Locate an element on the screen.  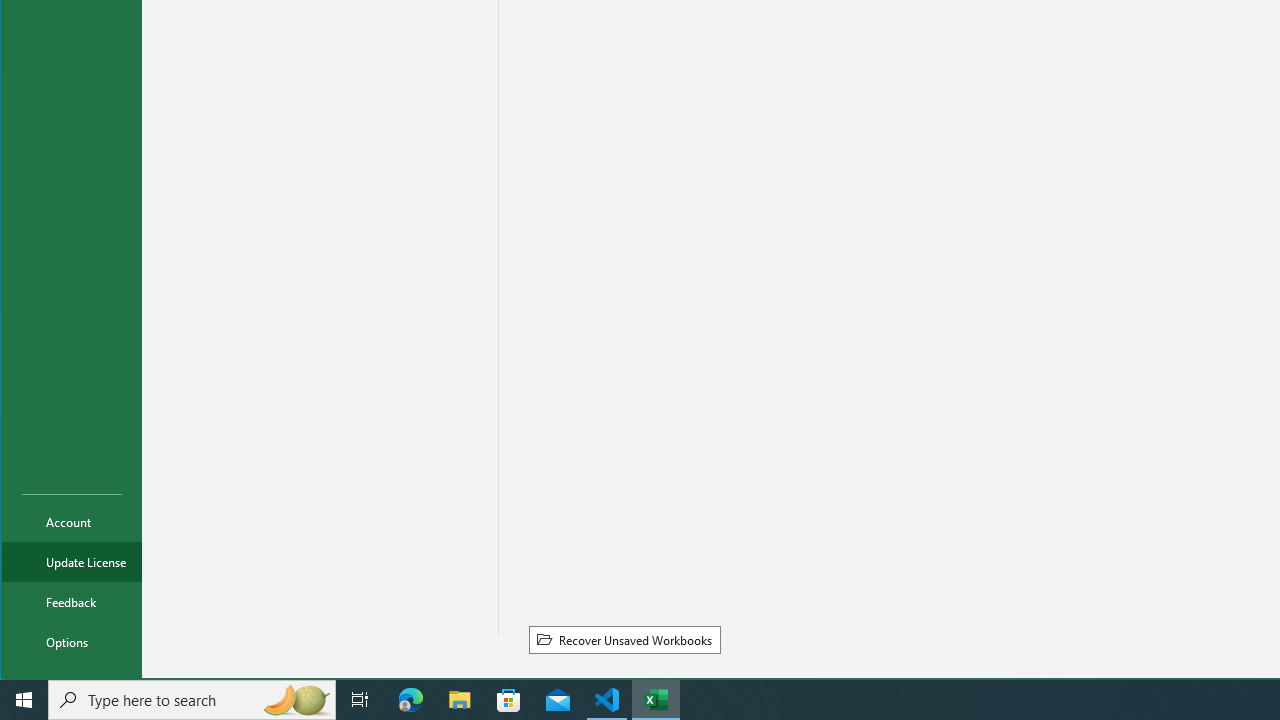
'Options' is located at coordinates (72, 641).